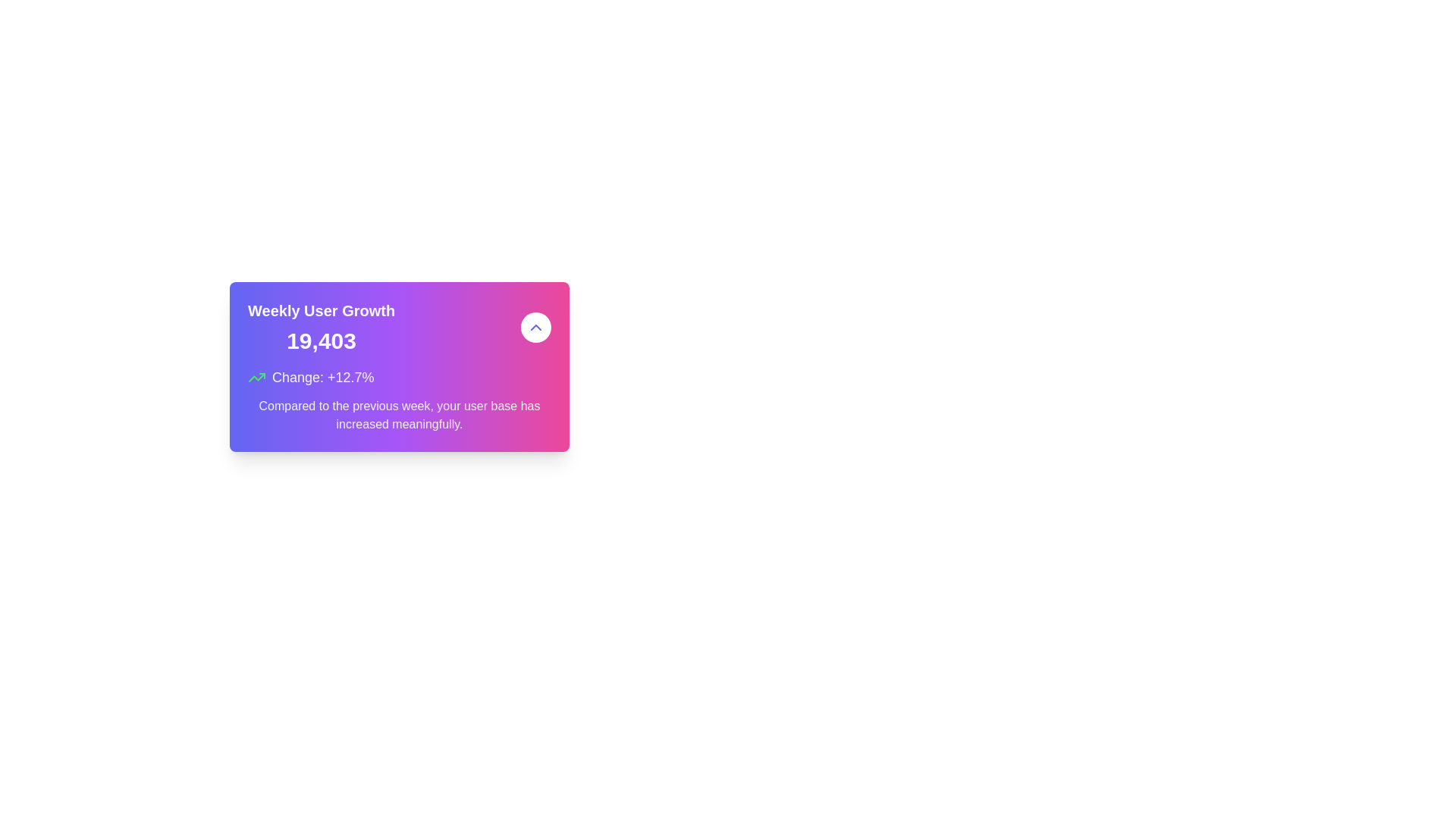  Describe the element at coordinates (321, 341) in the screenshot. I see `the static text display that shows the numerical representation of weekly user growth, located directly below the 'Weekly User Growth' text` at that location.